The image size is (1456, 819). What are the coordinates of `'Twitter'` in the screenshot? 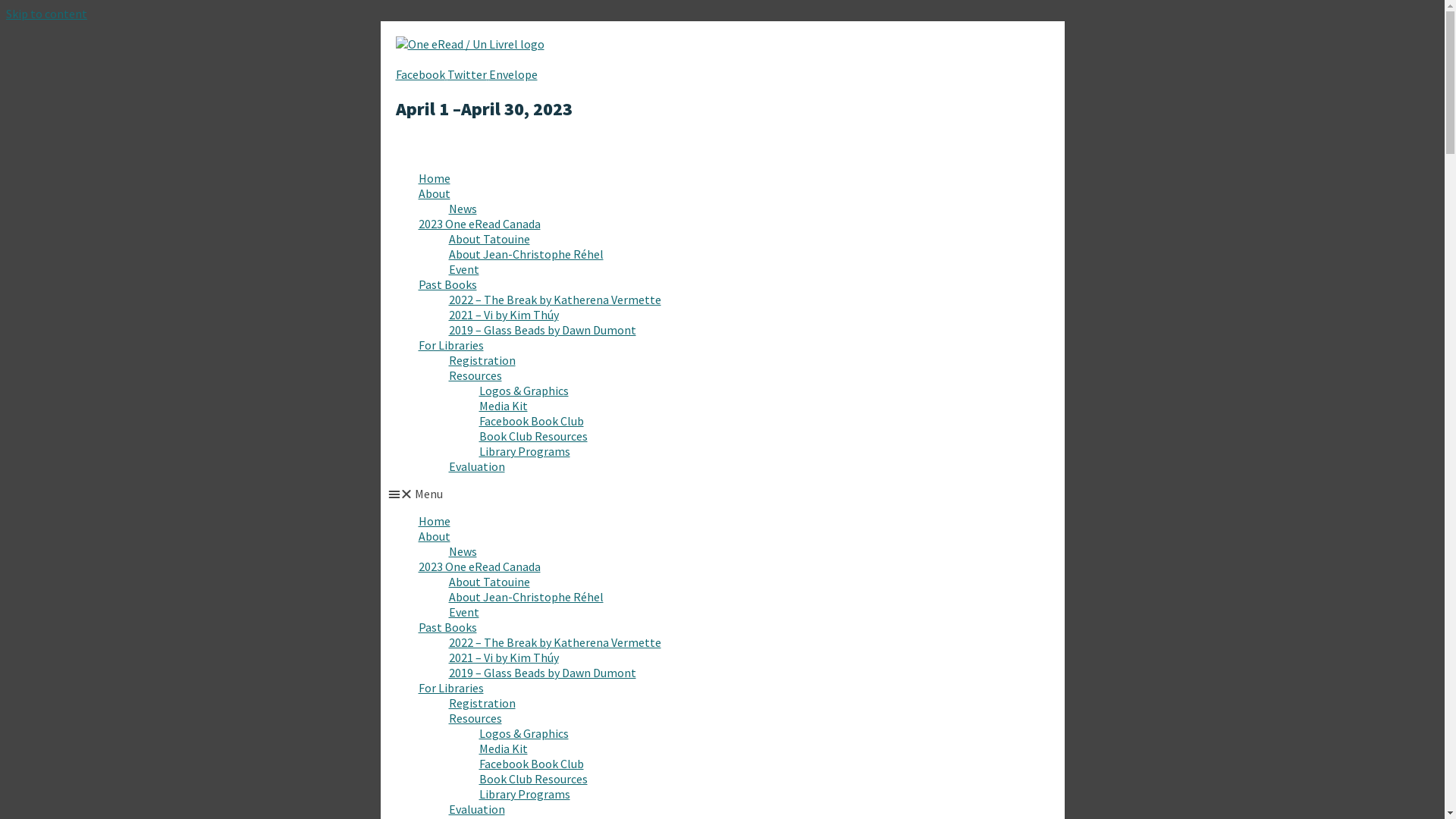 It's located at (447, 74).